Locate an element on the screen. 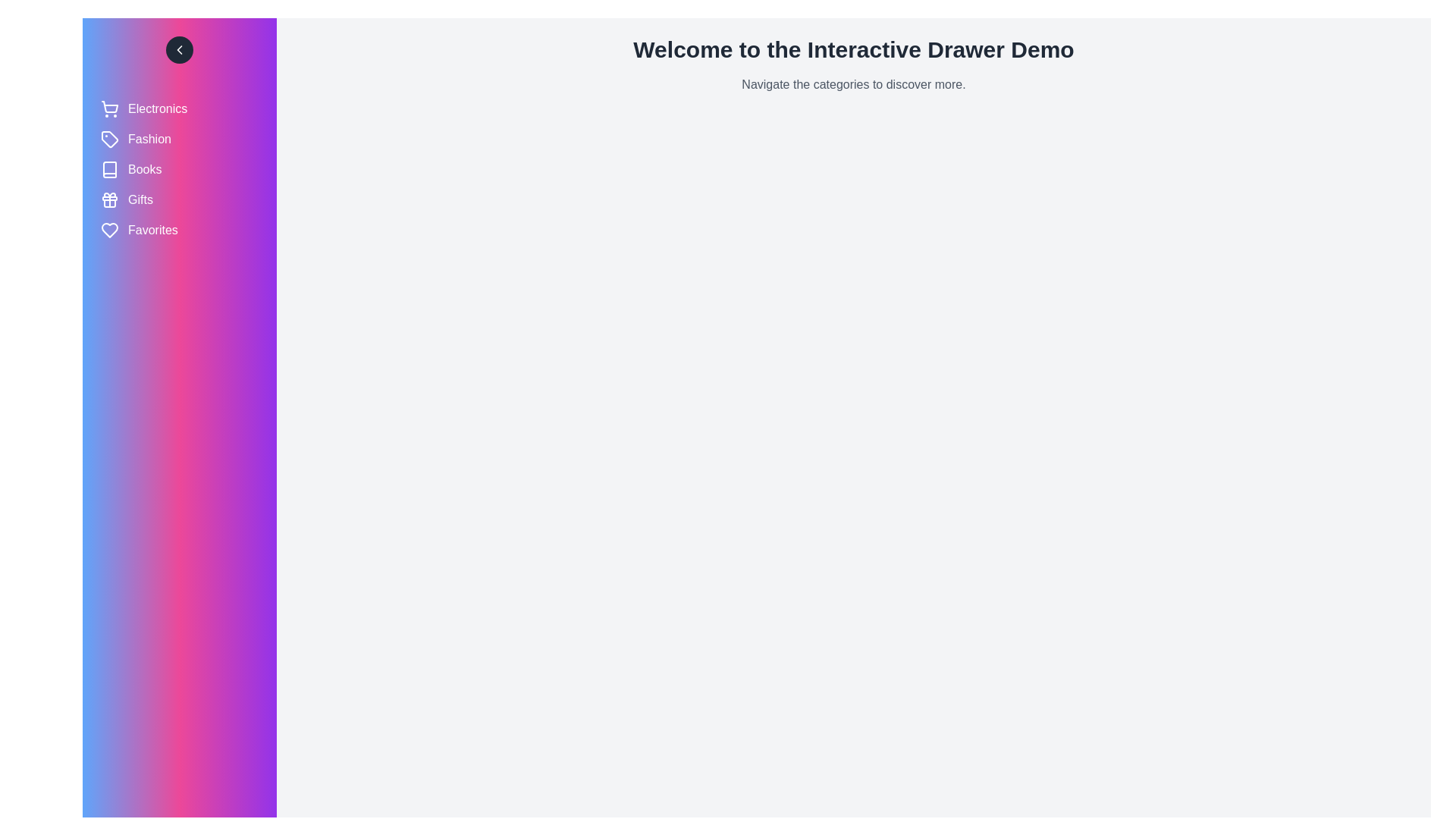 Image resolution: width=1456 pixels, height=819 pixels. the category labeled Electronics to select it is located at coordinates (179, 108).